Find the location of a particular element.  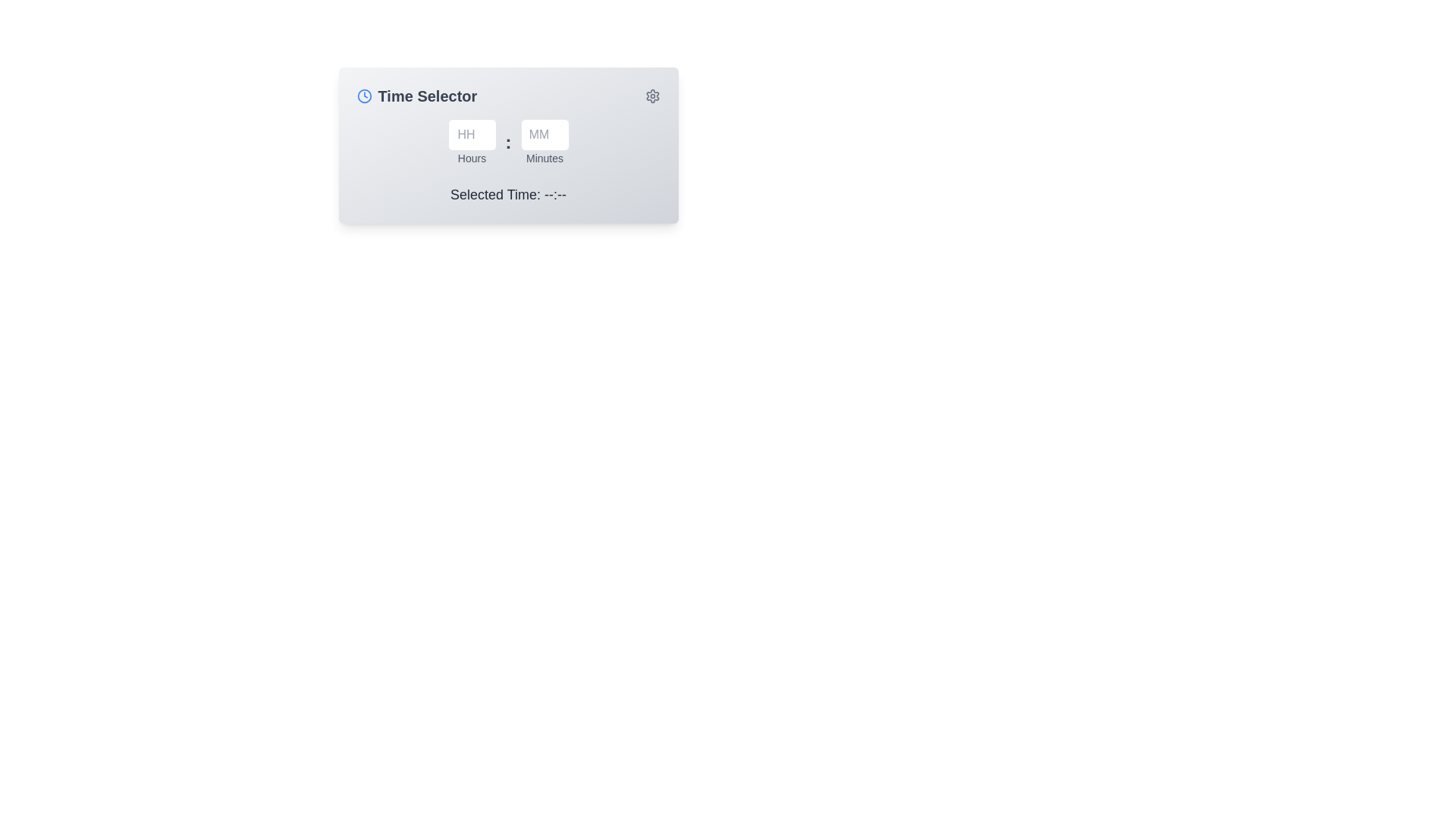

the gear-like icon representing settings functionality within the 'Time Selector' panel is located at coordinates (652, 96).